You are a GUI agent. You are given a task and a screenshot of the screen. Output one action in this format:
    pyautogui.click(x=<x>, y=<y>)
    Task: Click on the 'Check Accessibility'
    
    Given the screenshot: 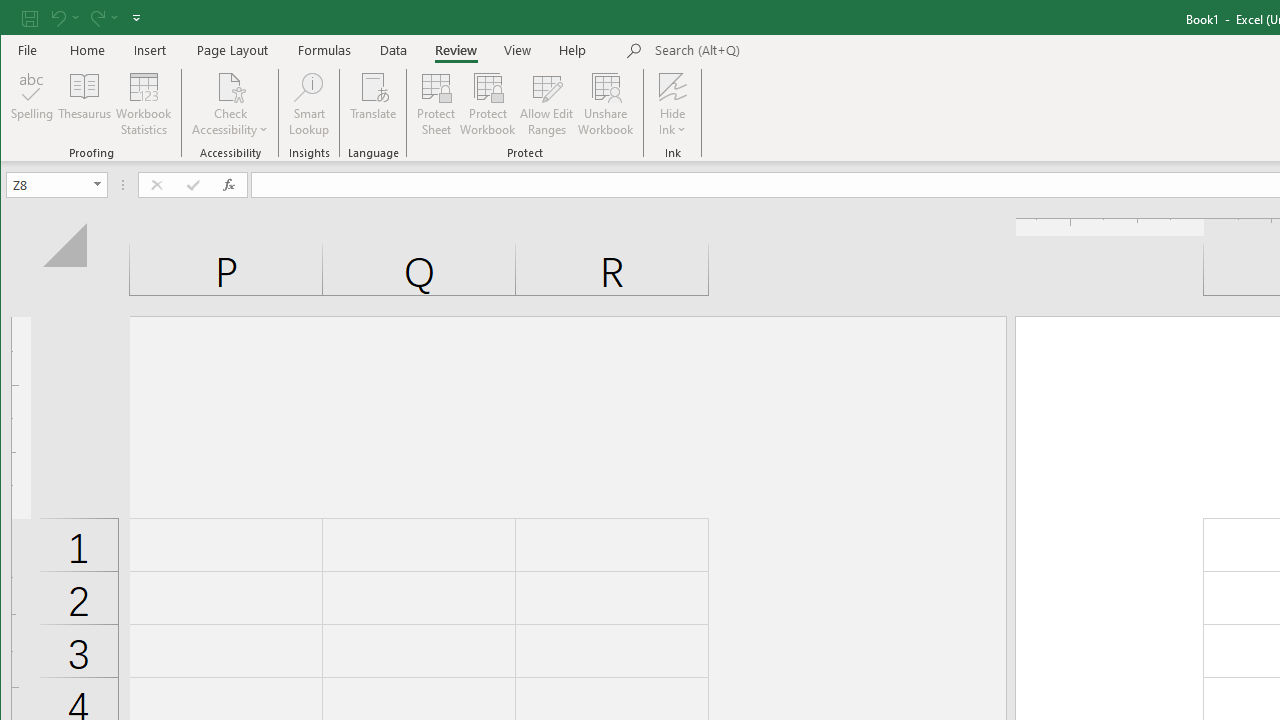 What is the action you would take?
    pyautogui.click(x=230, y=85)
    